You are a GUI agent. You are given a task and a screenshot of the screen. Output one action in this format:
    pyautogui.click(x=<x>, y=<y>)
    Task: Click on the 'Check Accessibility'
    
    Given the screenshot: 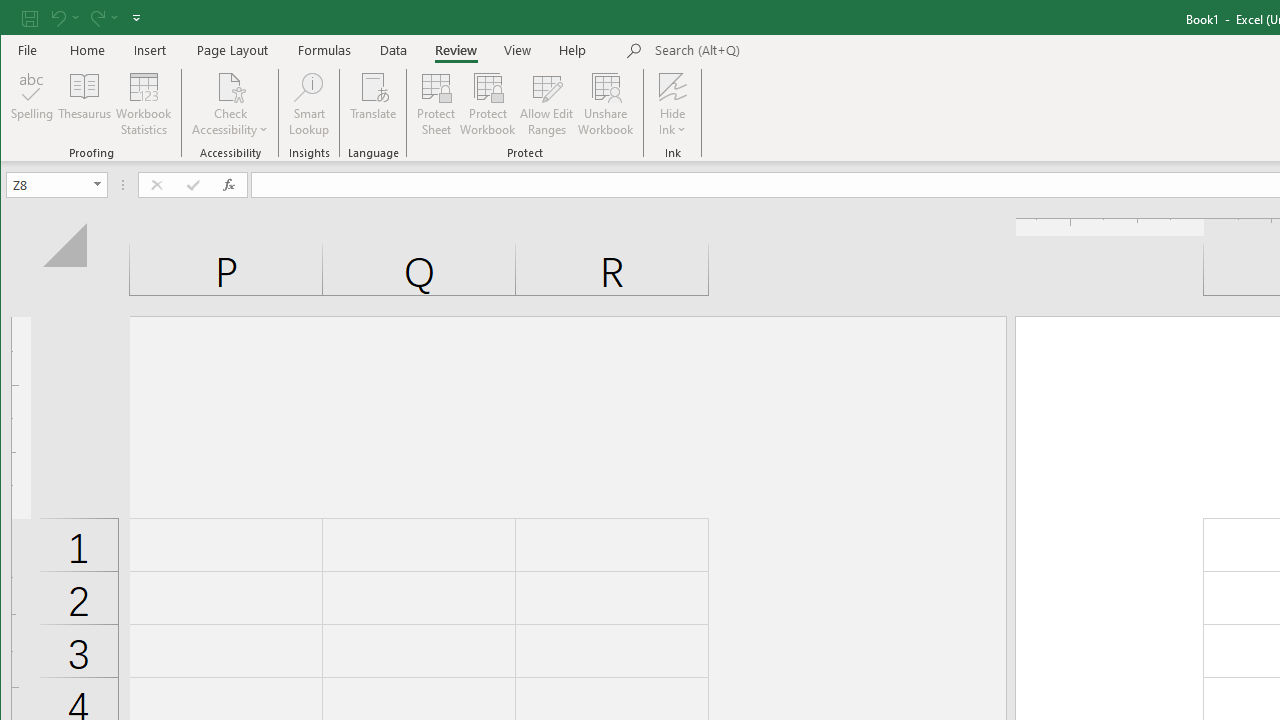 What is the action you would take?
    pyautogui.click(x=230, y=85)
    